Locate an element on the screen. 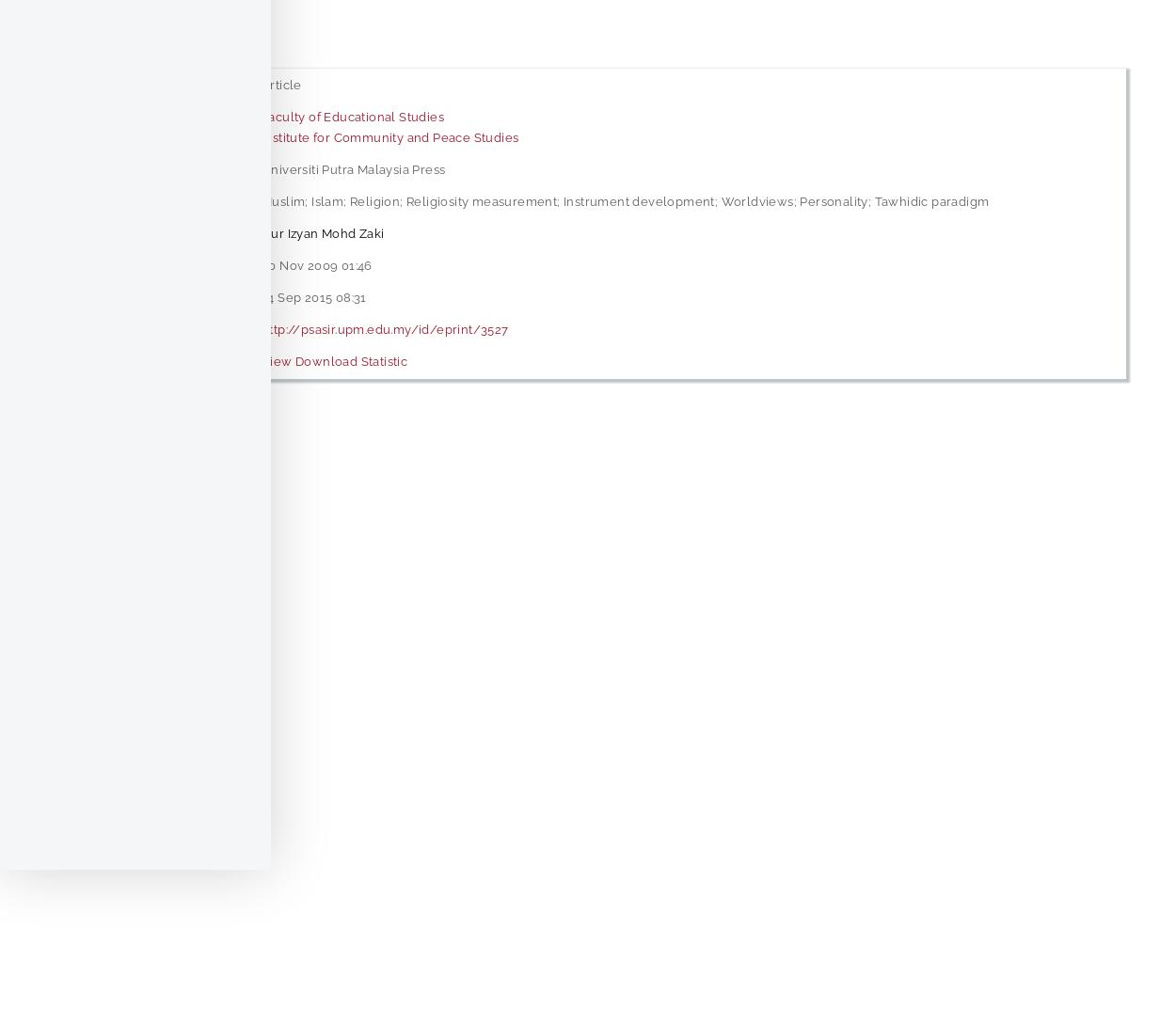  'Depositing User:' is located at coordinates (133, 232).